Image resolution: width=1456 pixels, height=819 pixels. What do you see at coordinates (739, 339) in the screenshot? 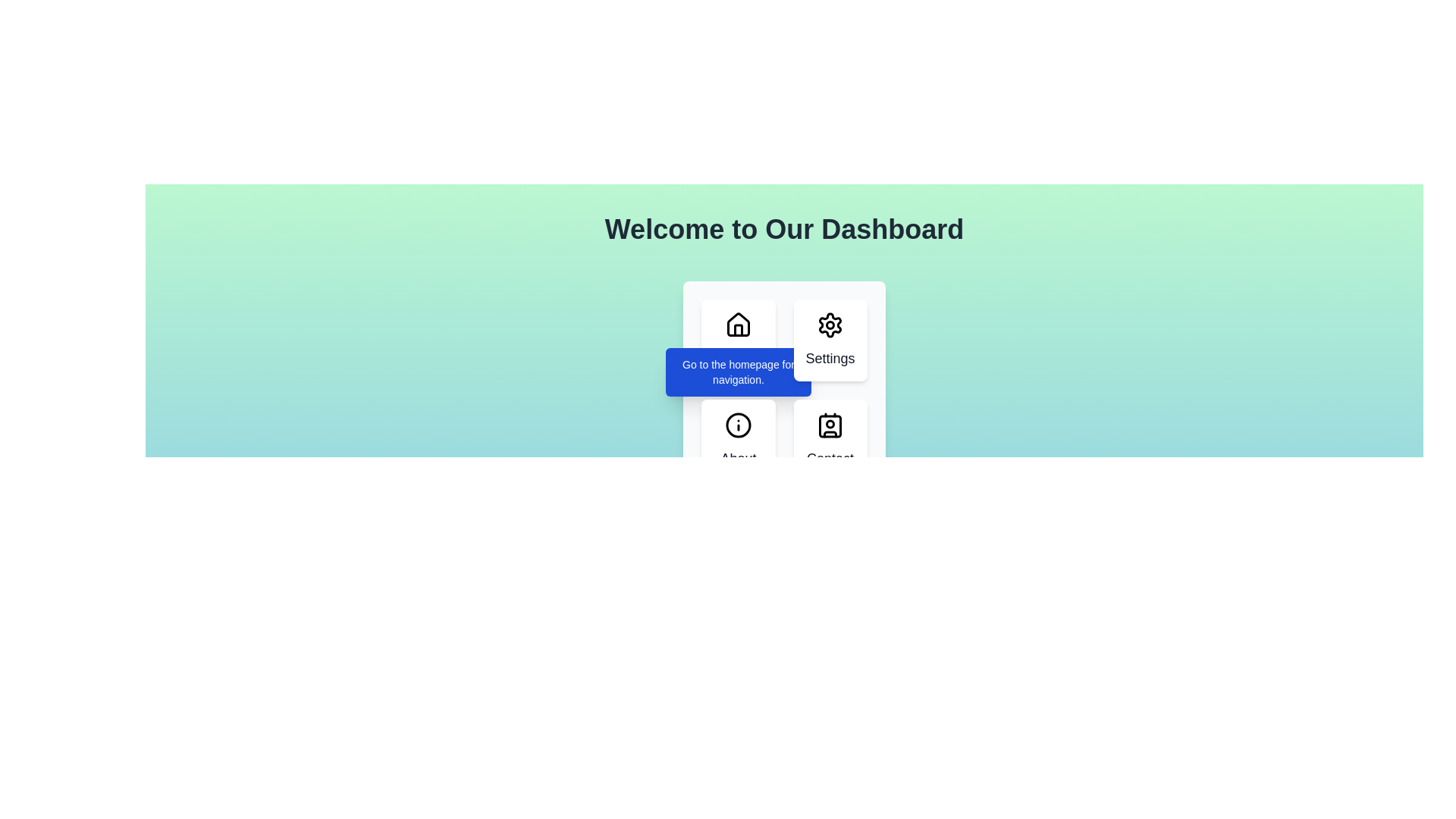
I see `the clickable card element labeled 'Home' that features a house icon and is styled in a minimalistic design with rounded corners` at bounding box center [739, 339].